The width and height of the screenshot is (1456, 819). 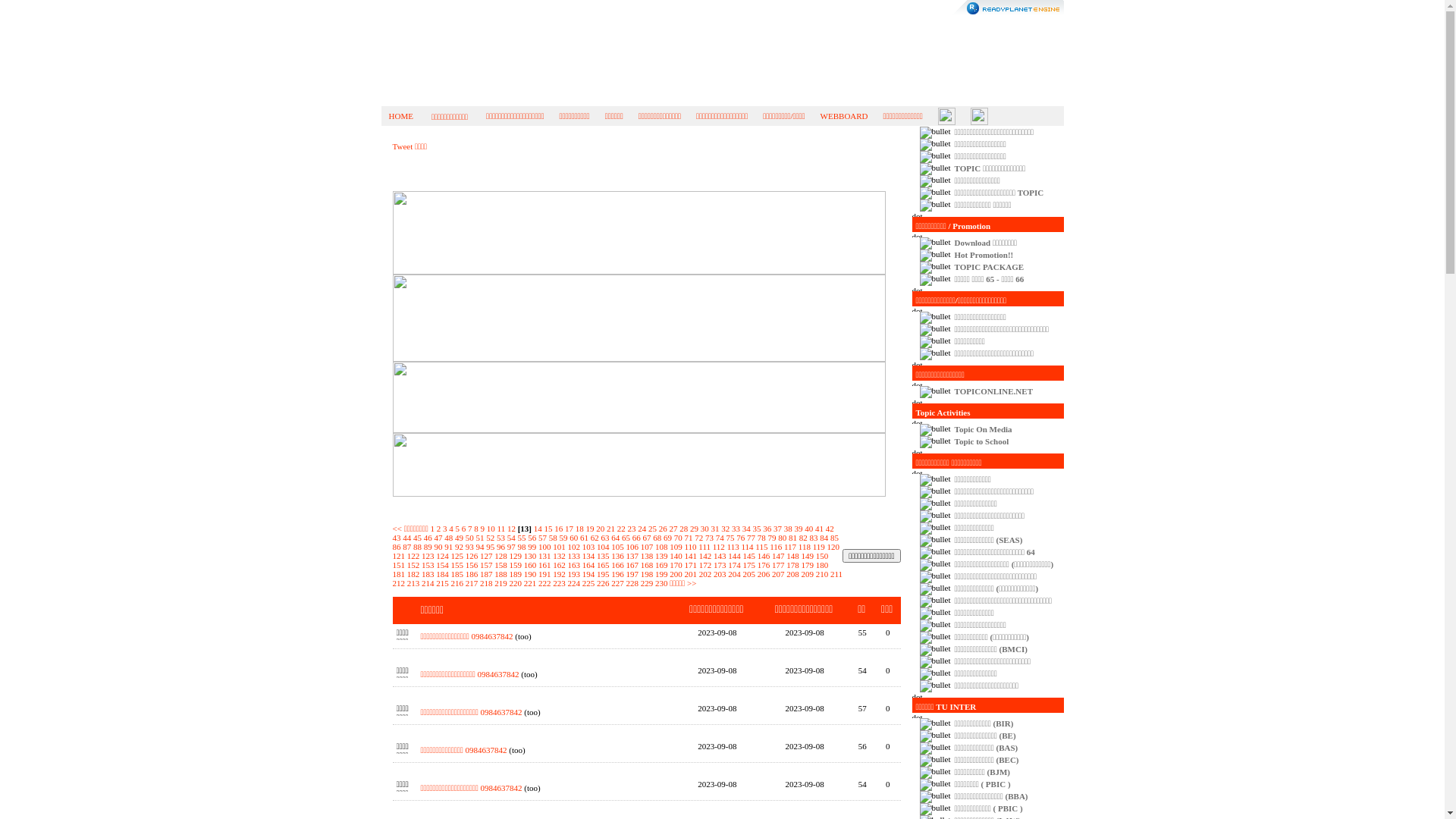 I want to click on '100', so click(x=538, y=547).